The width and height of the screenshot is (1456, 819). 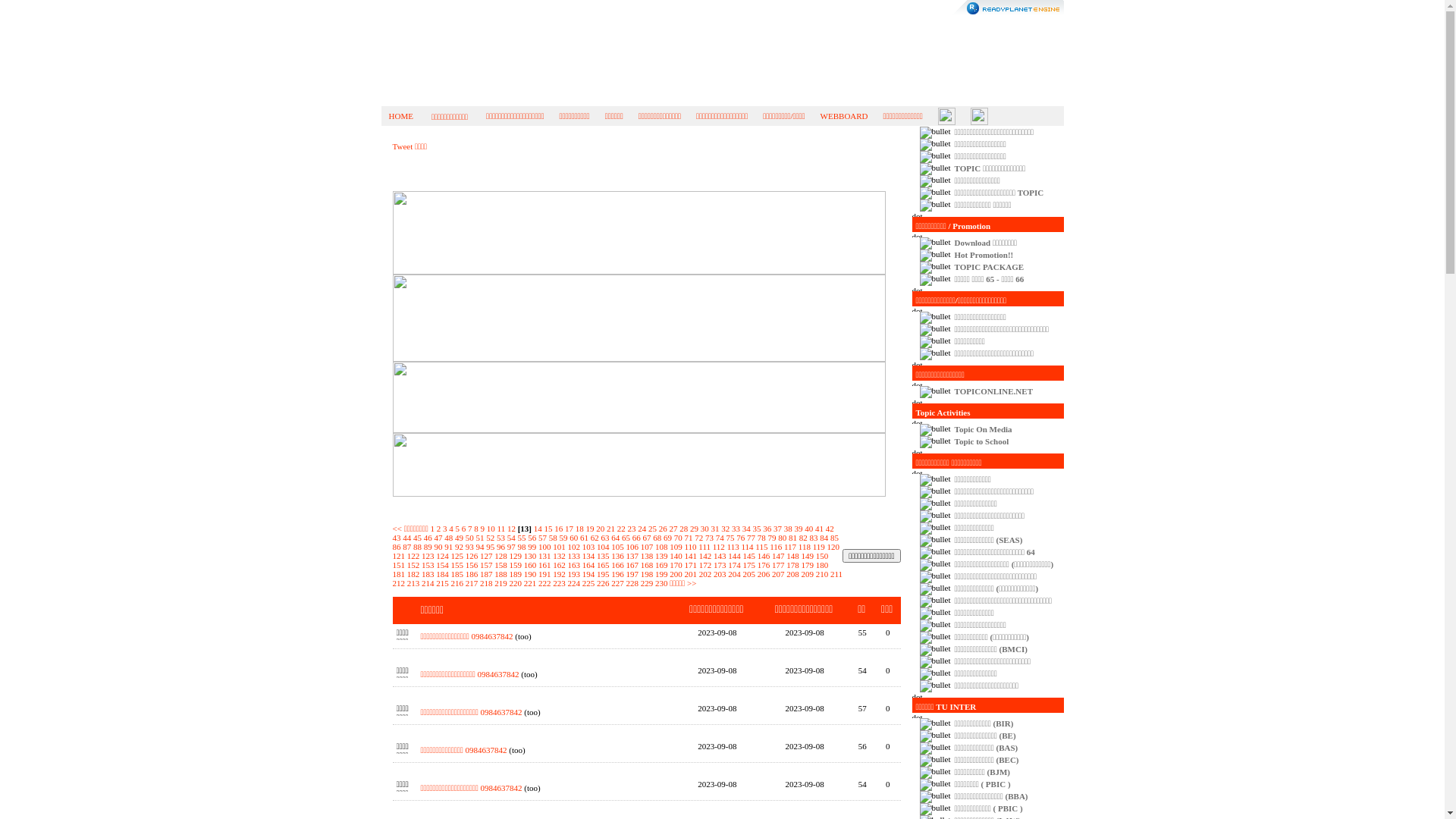 I want to click on '100', so click(x=538, y=547).